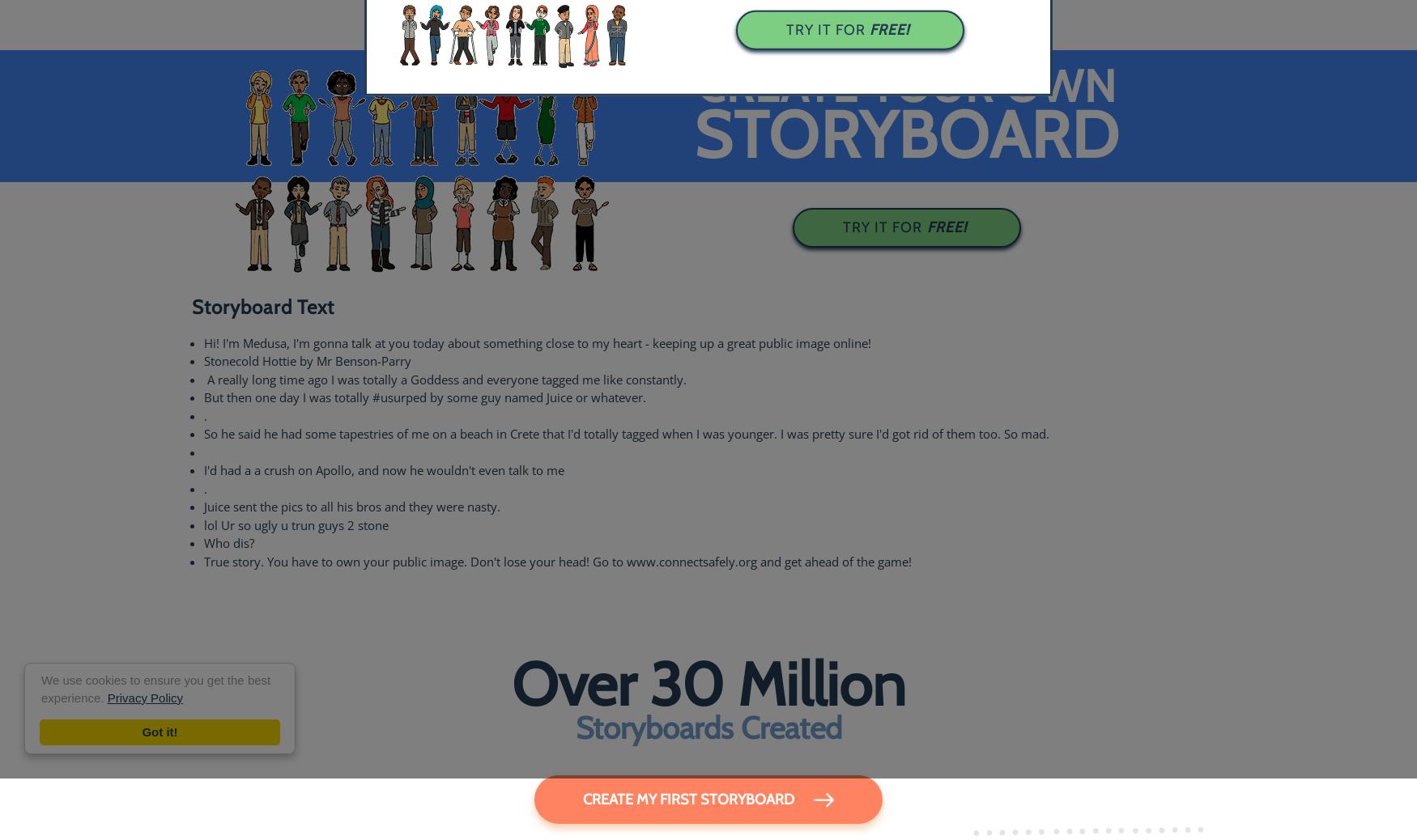 The width and height of the screenshot is (1417, 840). What do you see at coordinates (228, 541) in the screenshot?
I see `'Who dis?'` at bounding box center [228, 541].